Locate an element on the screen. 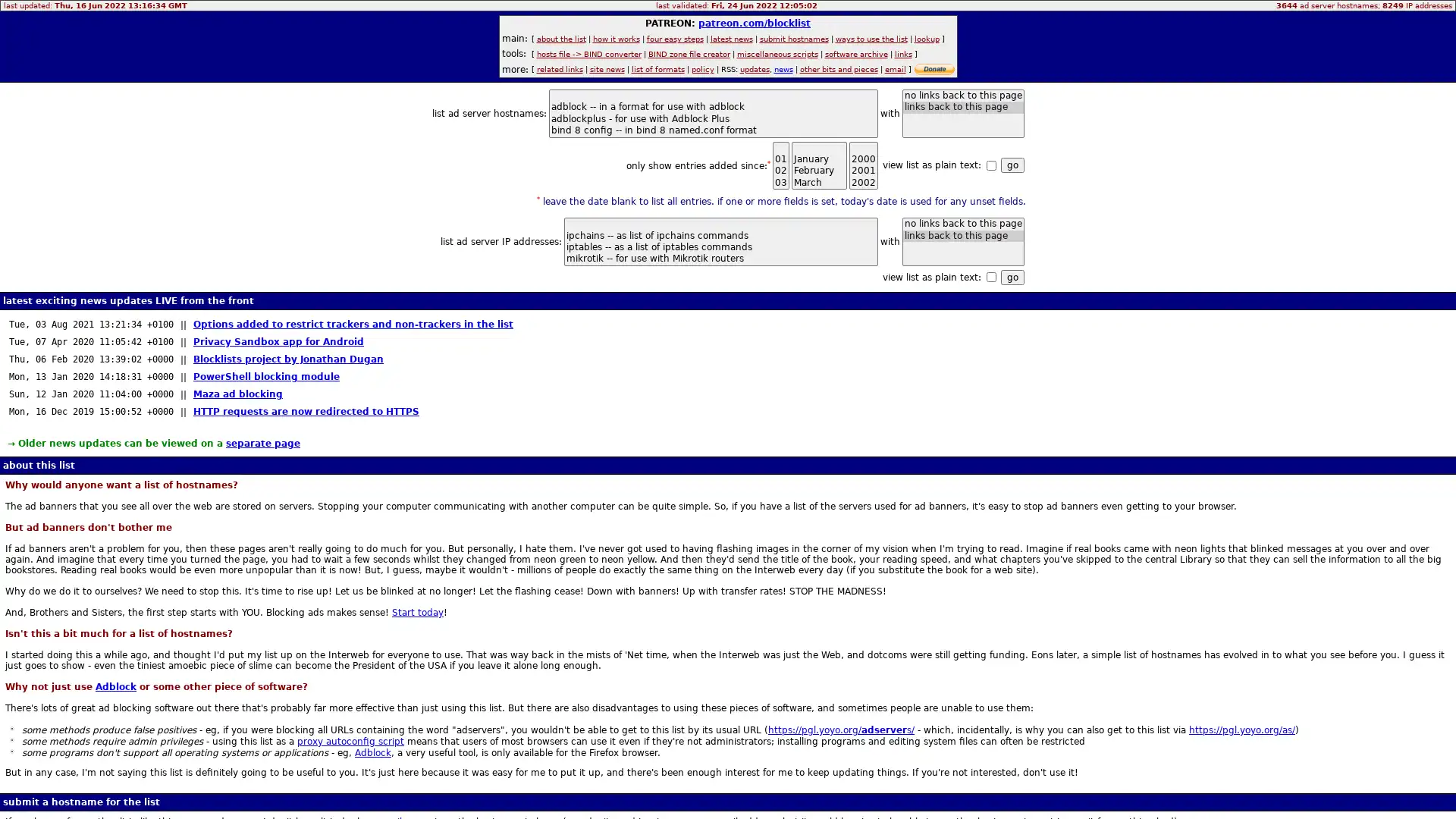 The height and width of the screenshot is (819, 1456). donate via PayPal is located at coordinates (933, 69).